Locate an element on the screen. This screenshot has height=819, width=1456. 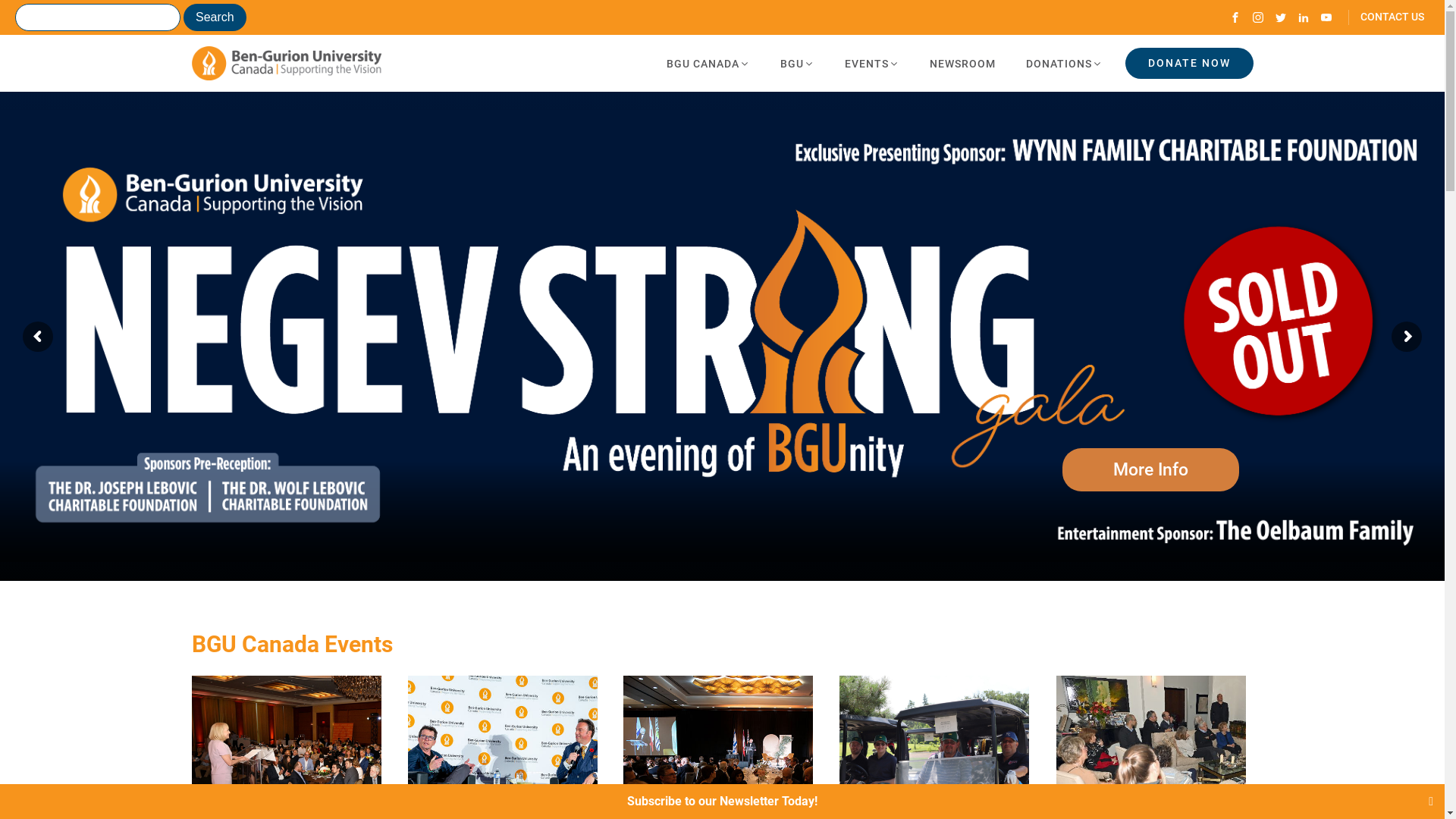
'BGU' is located at coordinates (764, 63).